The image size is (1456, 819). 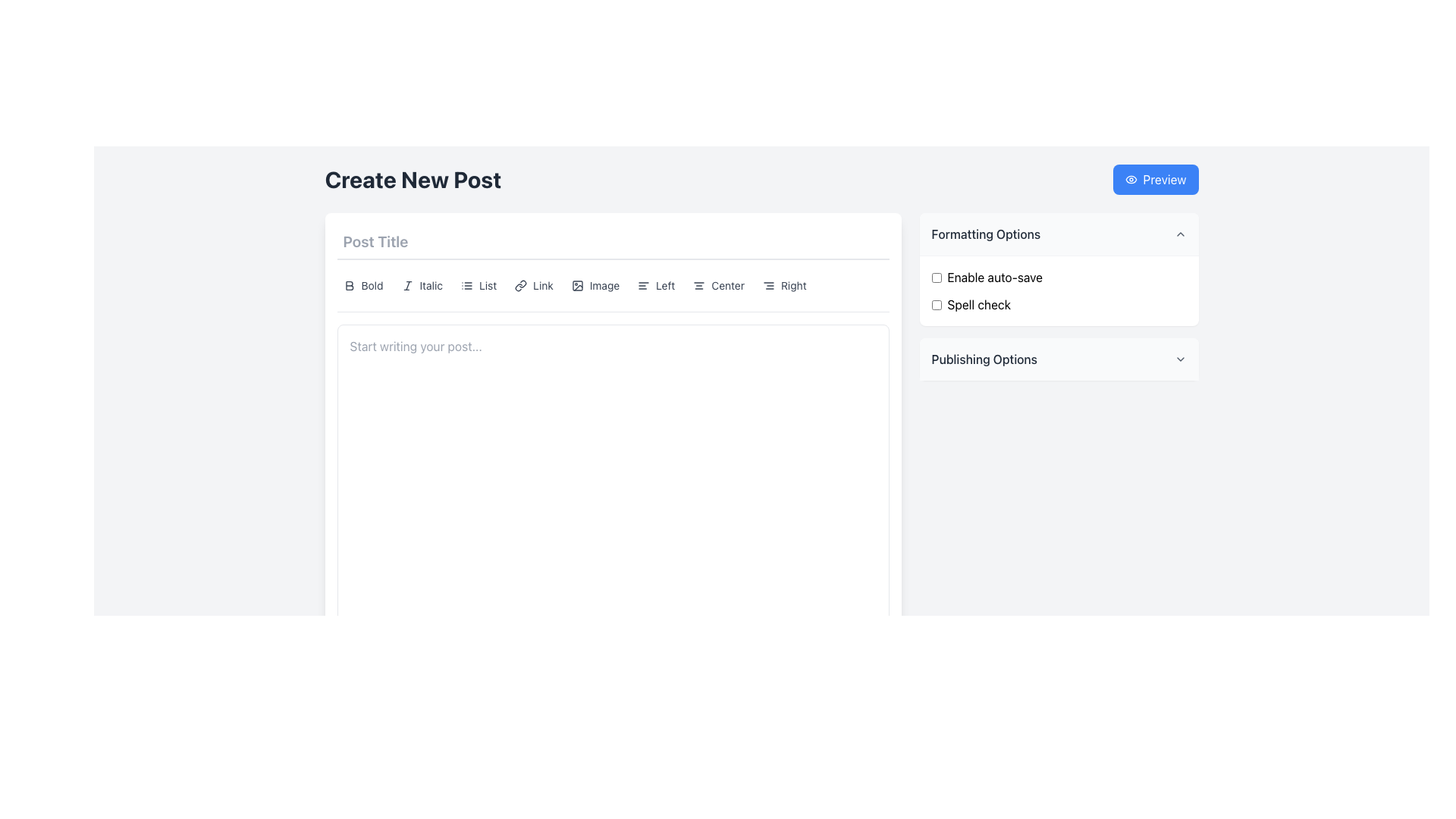 What do you see at coordinates (1058, 290) in the screenshot?
I see `the checkbox labeled 'Spell check' within the Group of checkbox options located in the right panel under 'Formatting Options'` at bounding box center [1058, 290].